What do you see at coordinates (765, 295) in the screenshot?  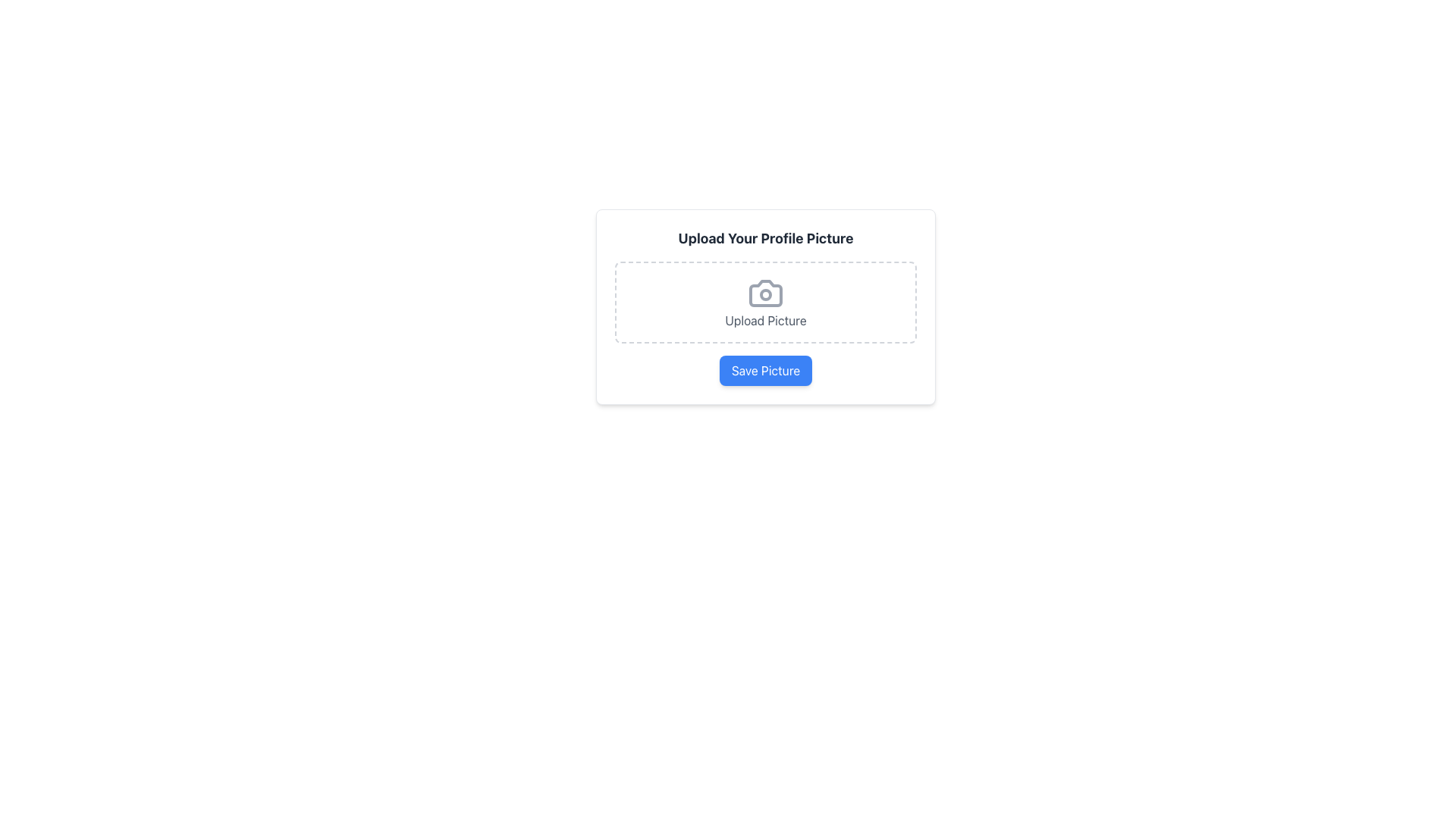 I see `the ornamental circular element in the center of the camera icon, which is part of a dashed bordered area located near the upper center of the interface` at bounding box center [765, 295].